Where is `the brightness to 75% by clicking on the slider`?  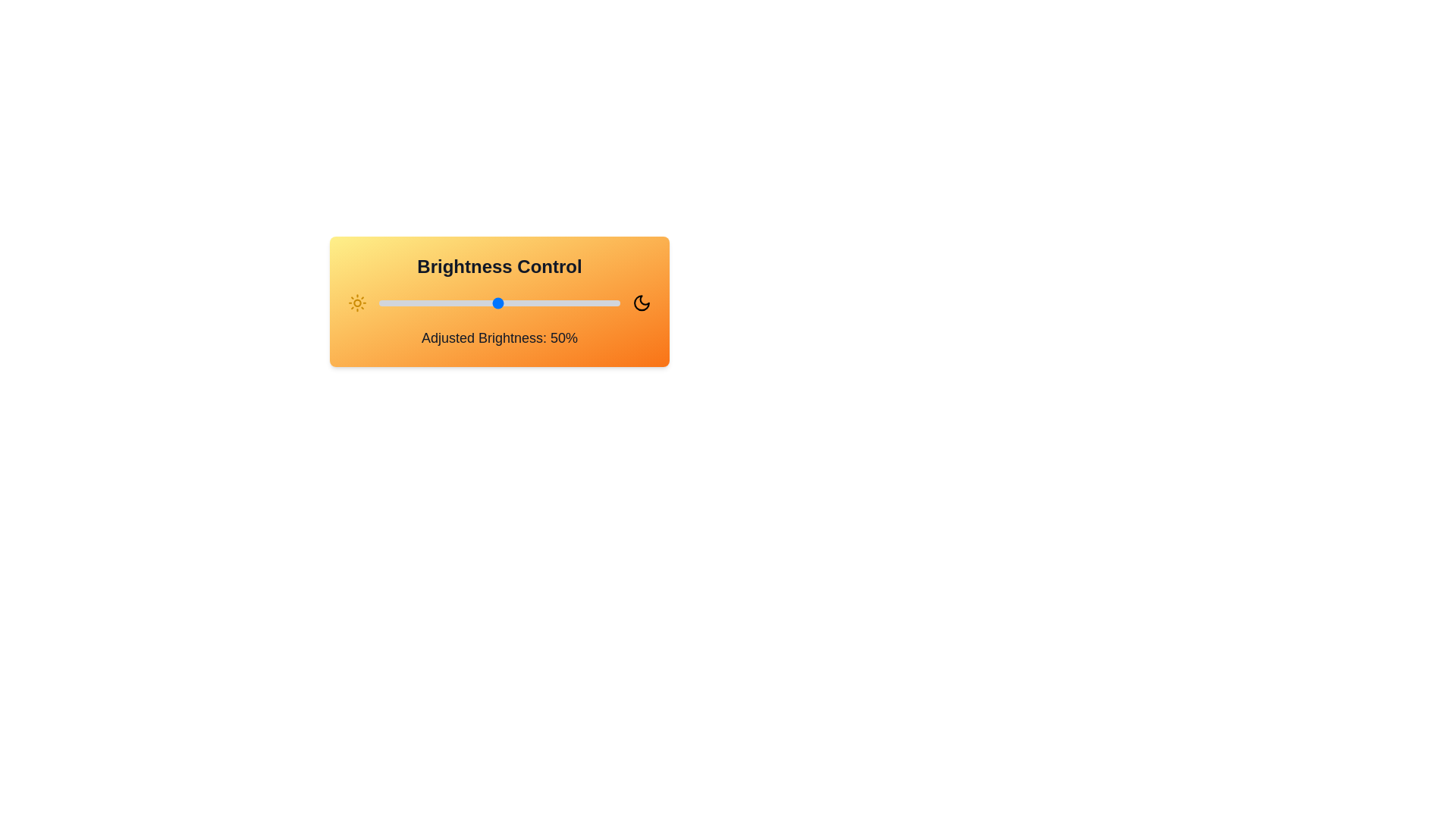
the brightness to 75% by clicking on the slider is located at coordinates (558, 303).